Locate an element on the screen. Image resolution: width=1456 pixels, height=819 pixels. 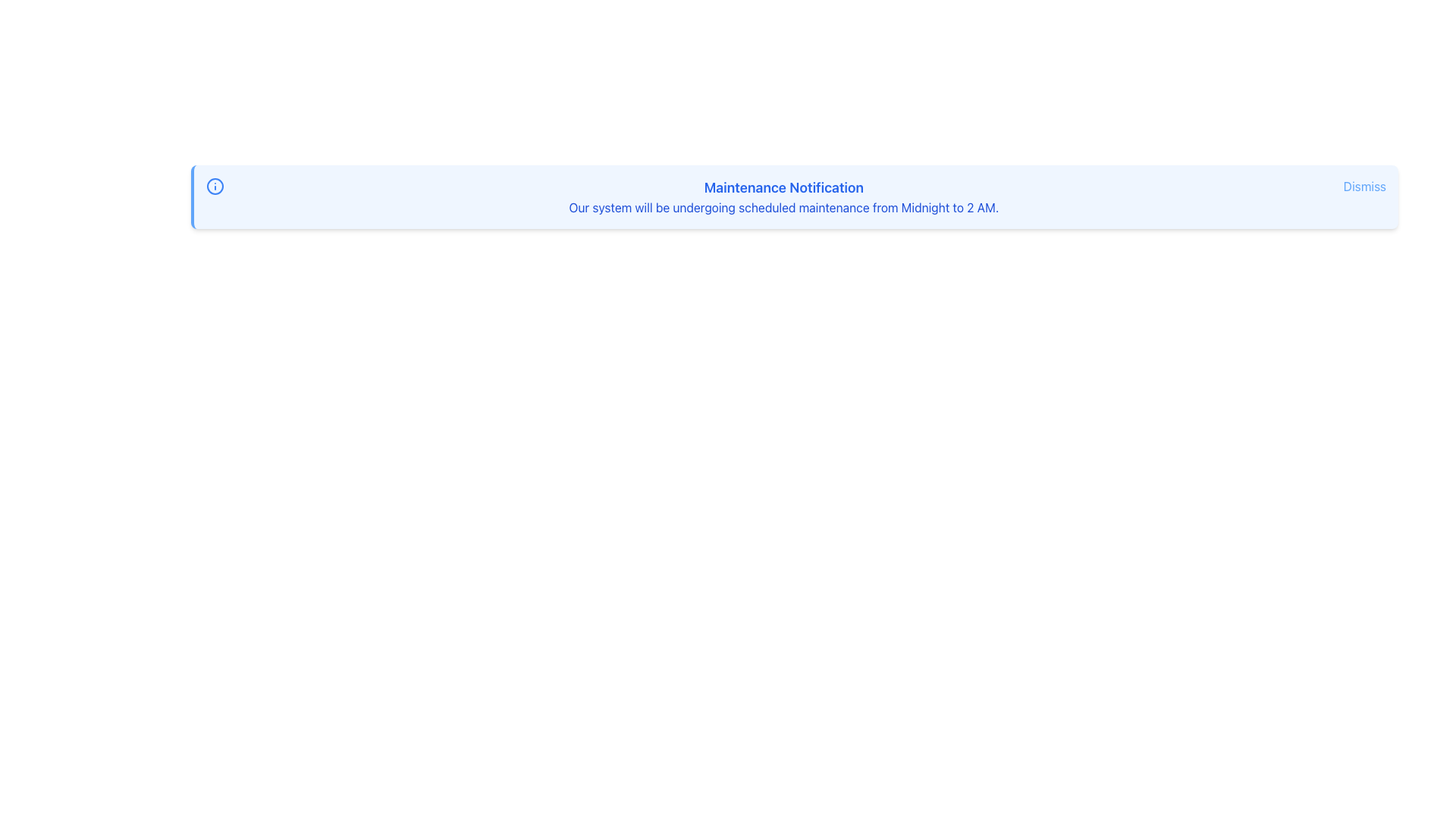
the dismissal link located at the far right end of the horizontal notification bar is located at coordinates (1364, 186).